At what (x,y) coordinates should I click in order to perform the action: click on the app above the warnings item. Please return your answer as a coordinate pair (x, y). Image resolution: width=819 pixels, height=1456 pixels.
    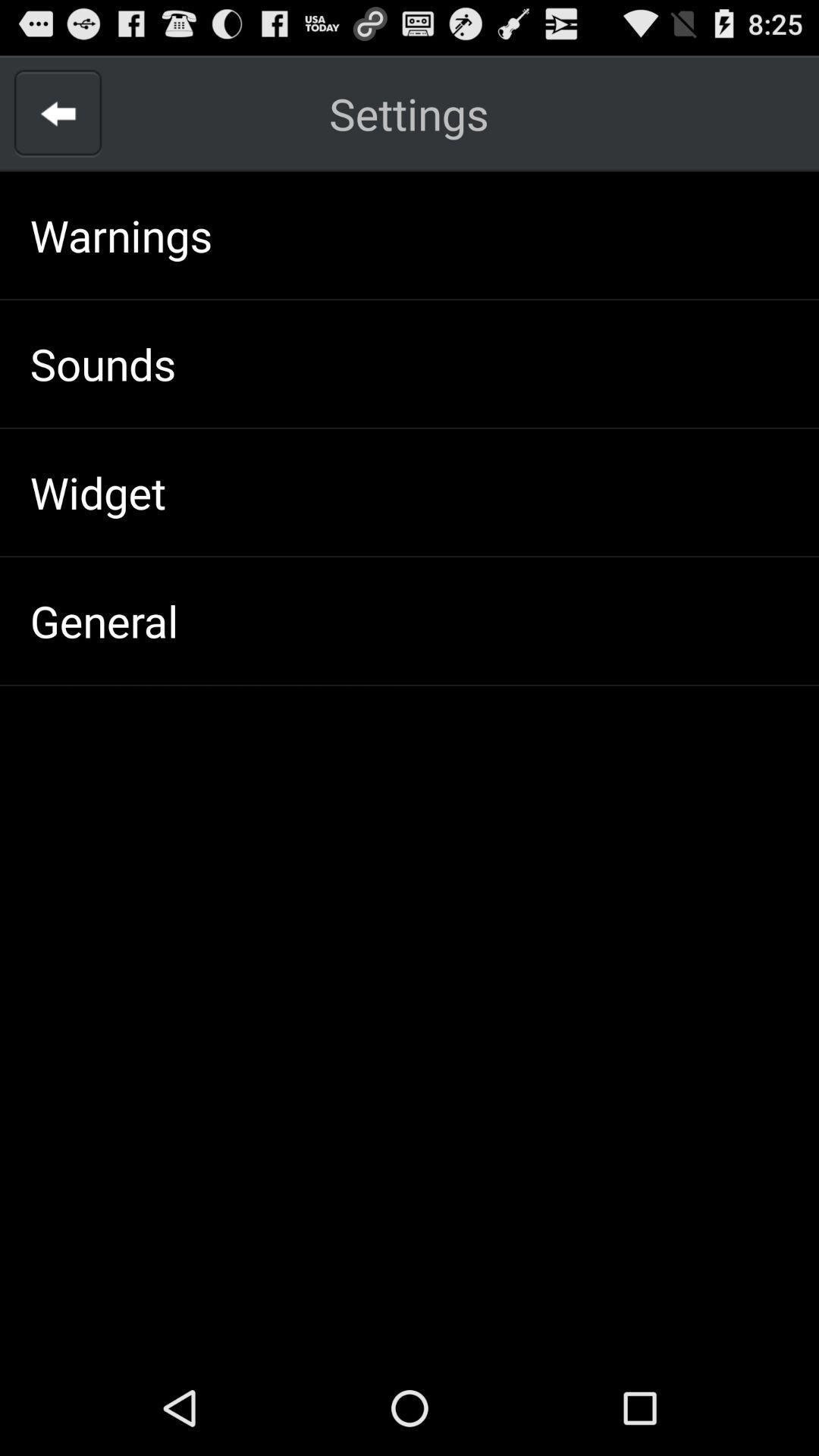
    Looking at the image, I should click on (57, 112).